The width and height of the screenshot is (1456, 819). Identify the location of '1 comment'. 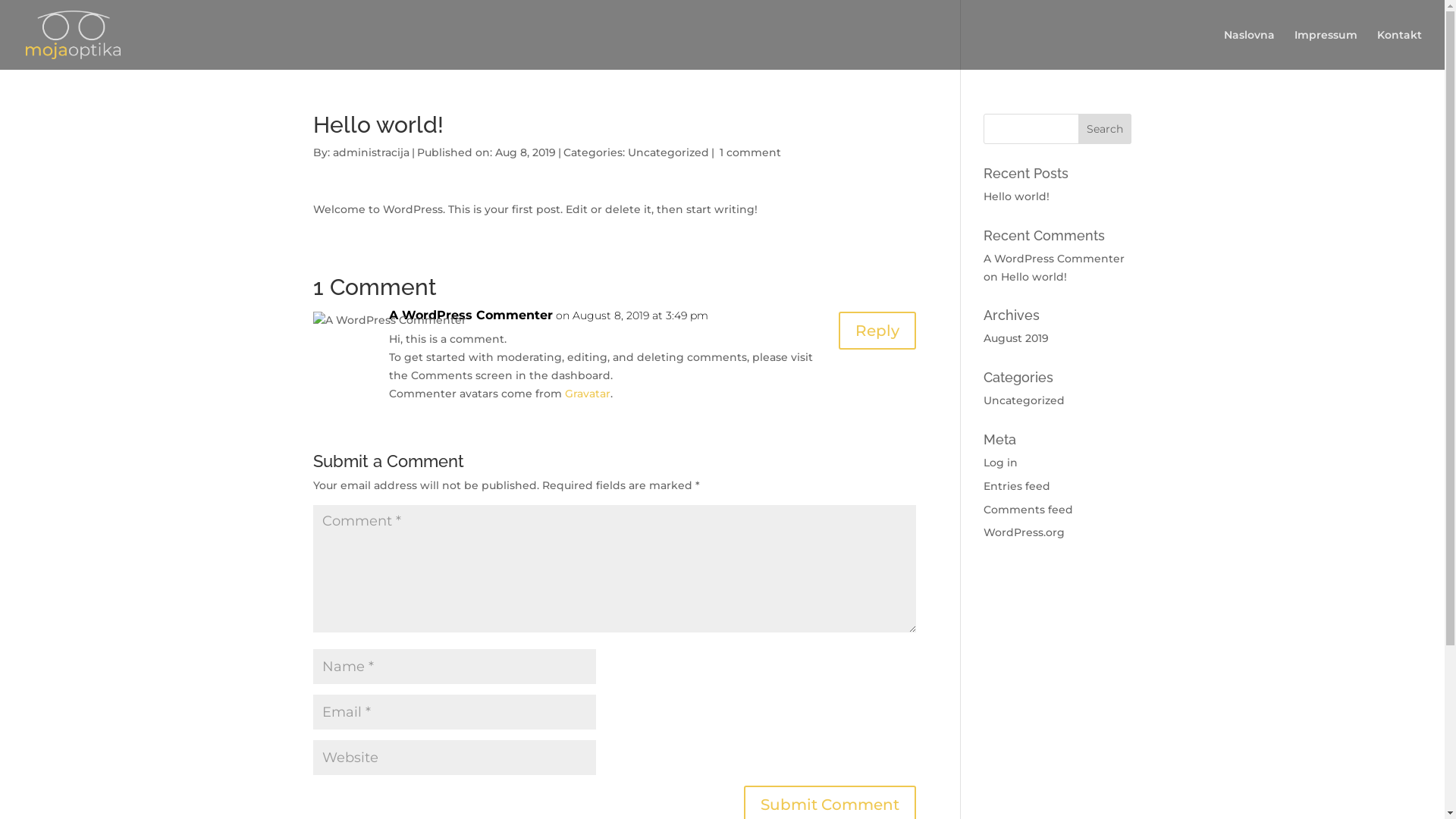
(749, 152).